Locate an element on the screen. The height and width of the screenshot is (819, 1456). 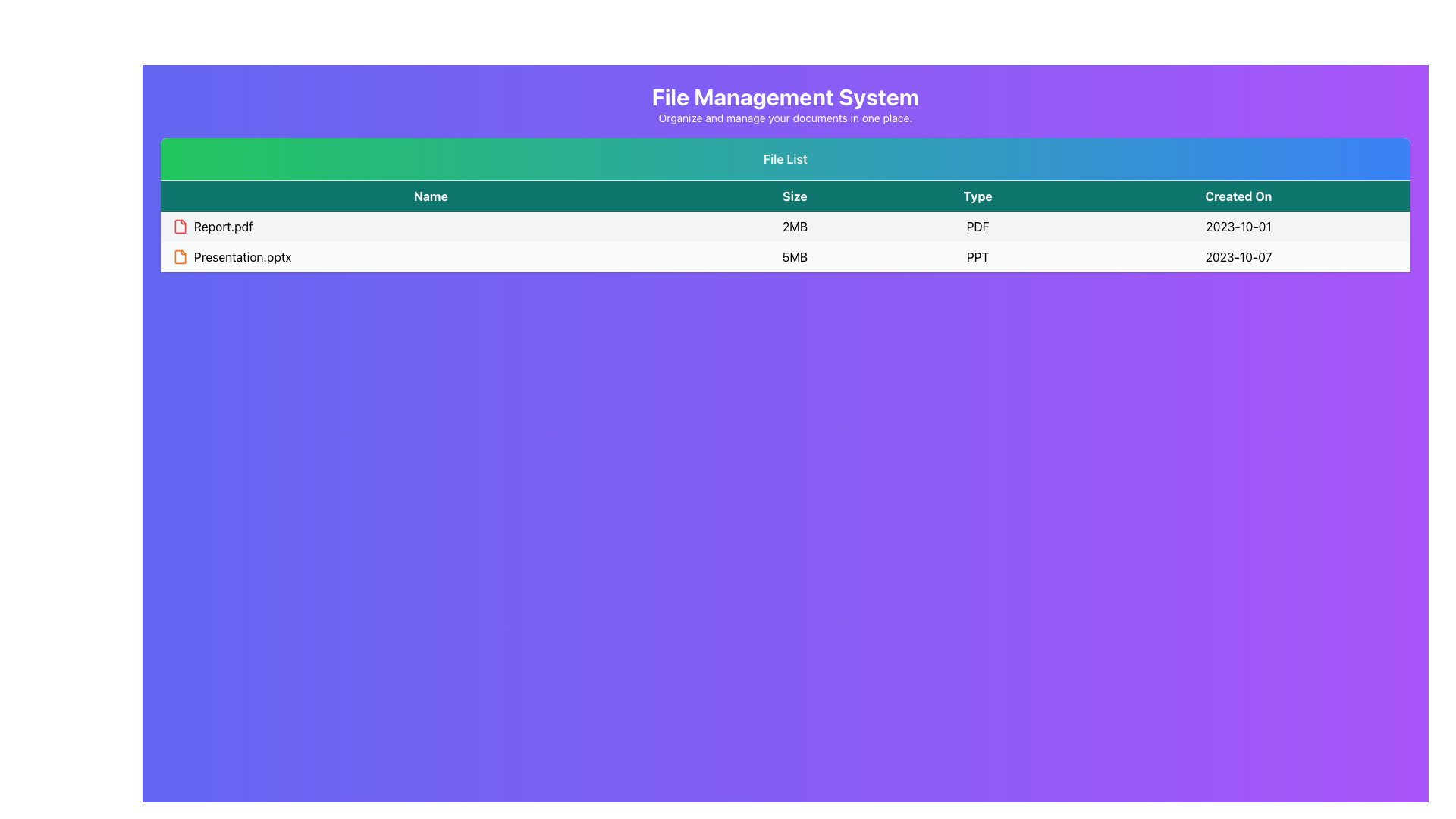
the text label displaying 'PDF' in bold black text within the 'Type' column of the first row in the 'File List' table is located at coordinates (977, 227).